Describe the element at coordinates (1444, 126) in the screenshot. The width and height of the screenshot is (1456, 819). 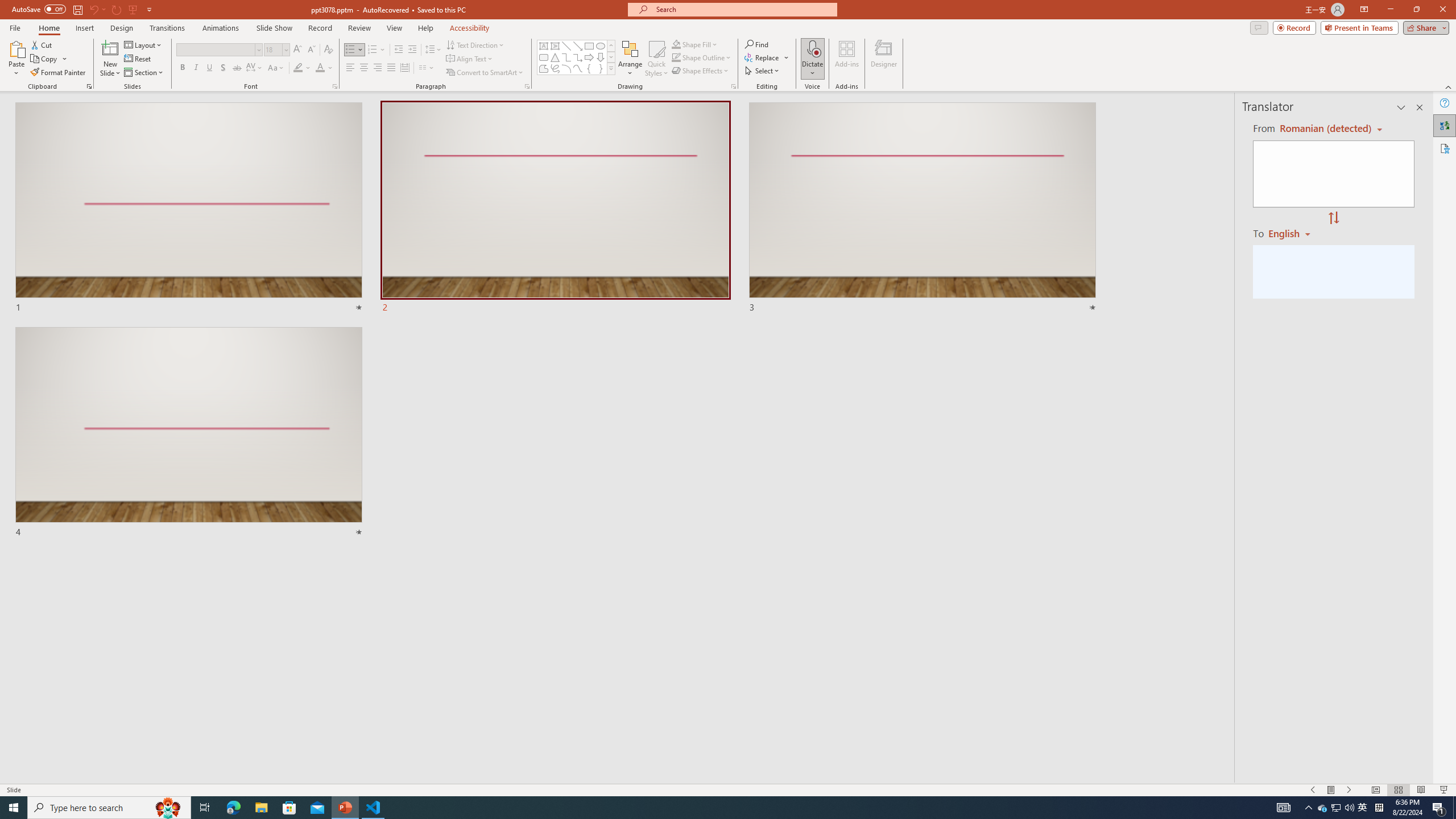
I see `'Translator'` at that location.